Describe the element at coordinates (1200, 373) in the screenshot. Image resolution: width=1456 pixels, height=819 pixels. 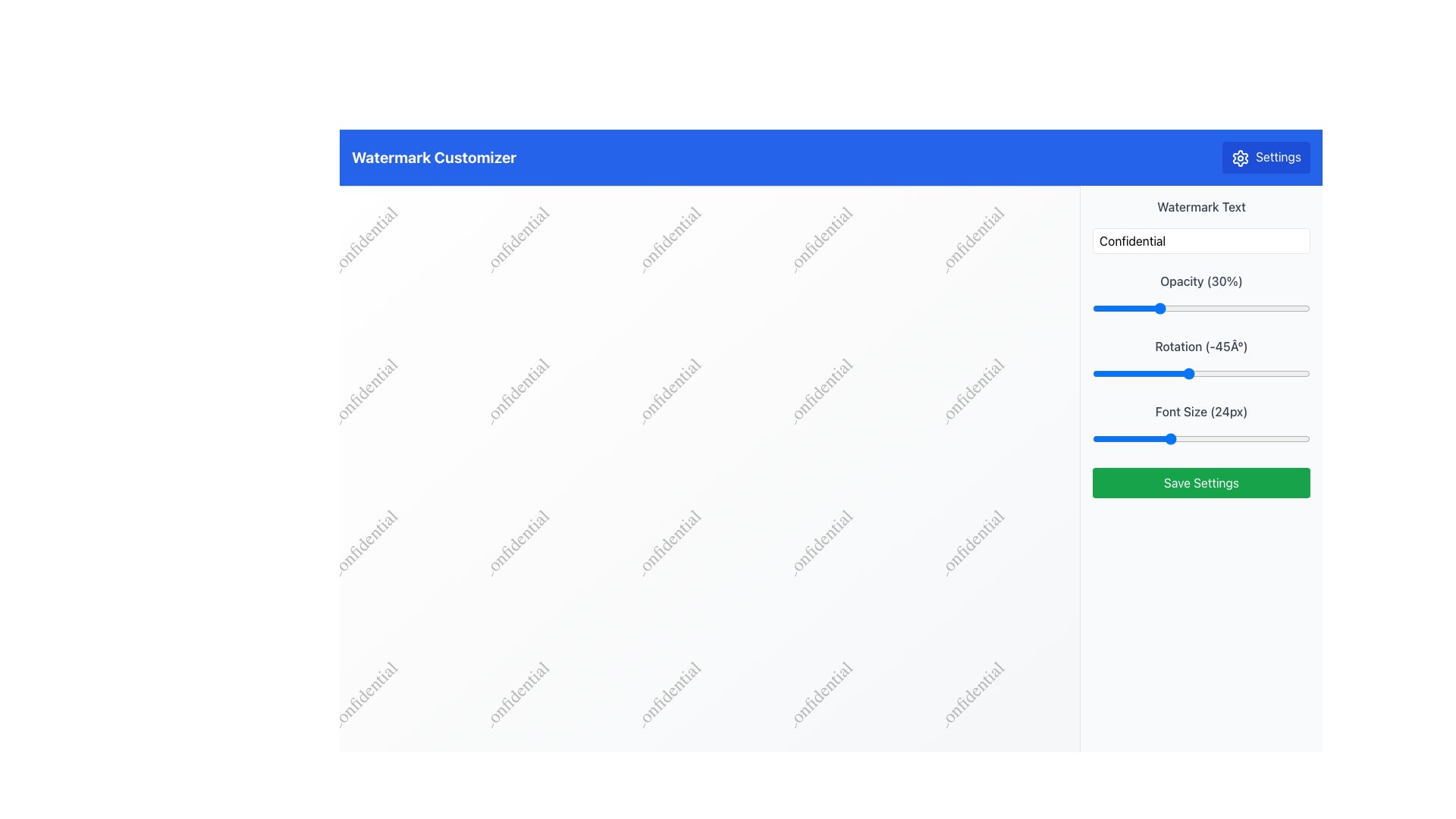
I see `the range slider positioned beneath the 'Rotation (-45°)' label to set a specific rotation value` at that location.